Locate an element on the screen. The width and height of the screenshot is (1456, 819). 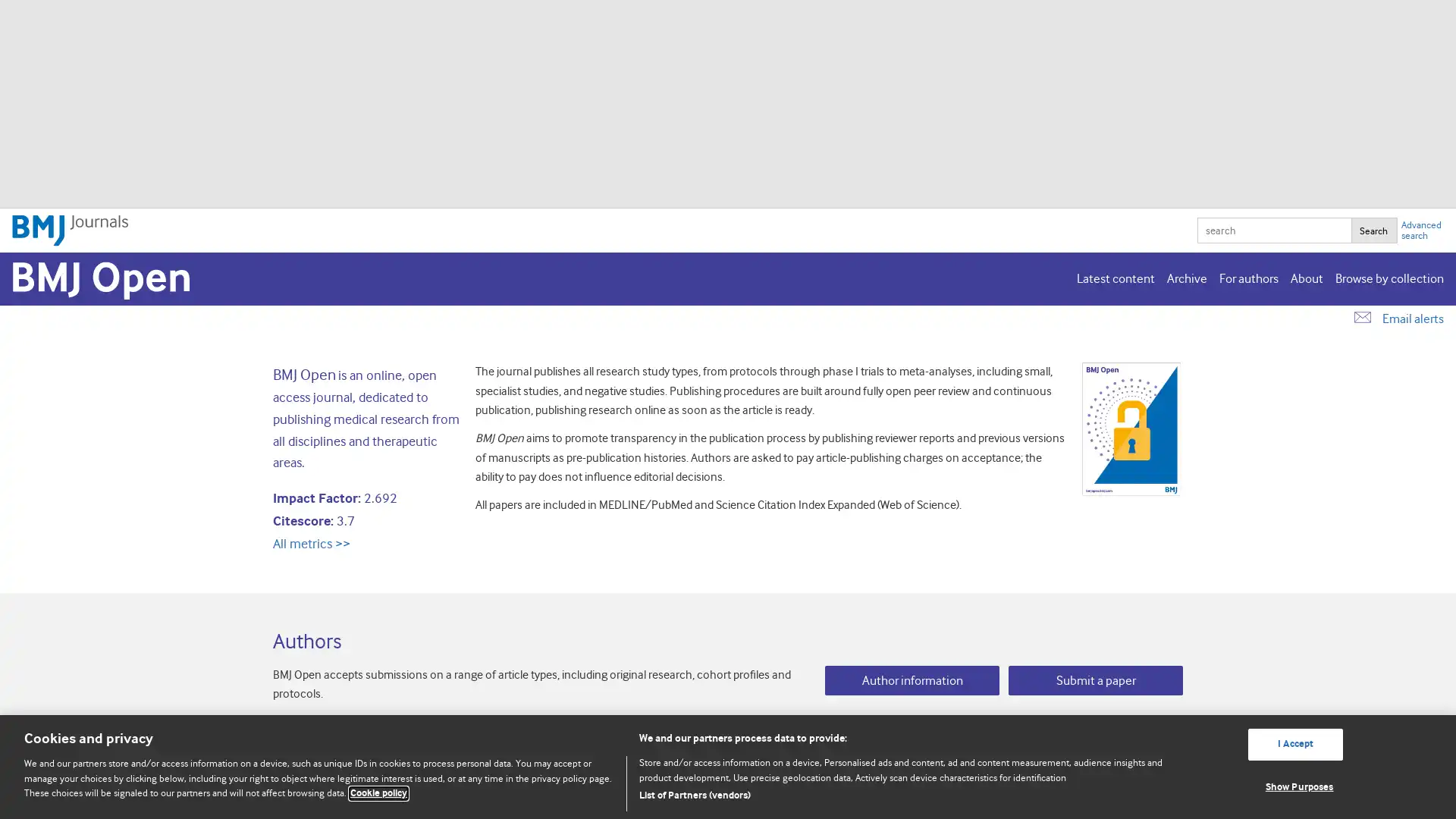
Search is located at coordinates (1373, 231).